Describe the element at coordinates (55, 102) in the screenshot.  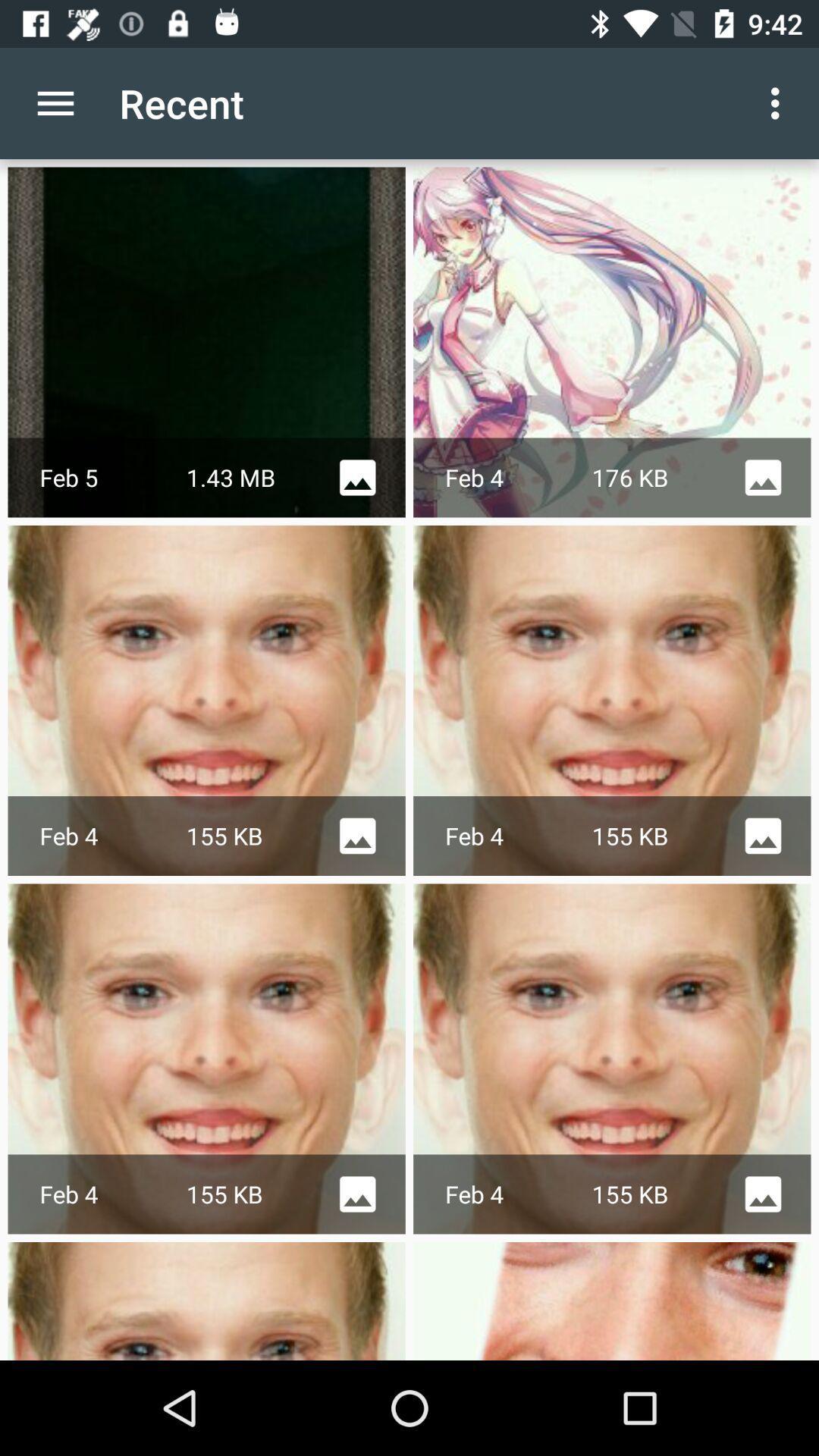
I see `the icon next to recent item` at that location.